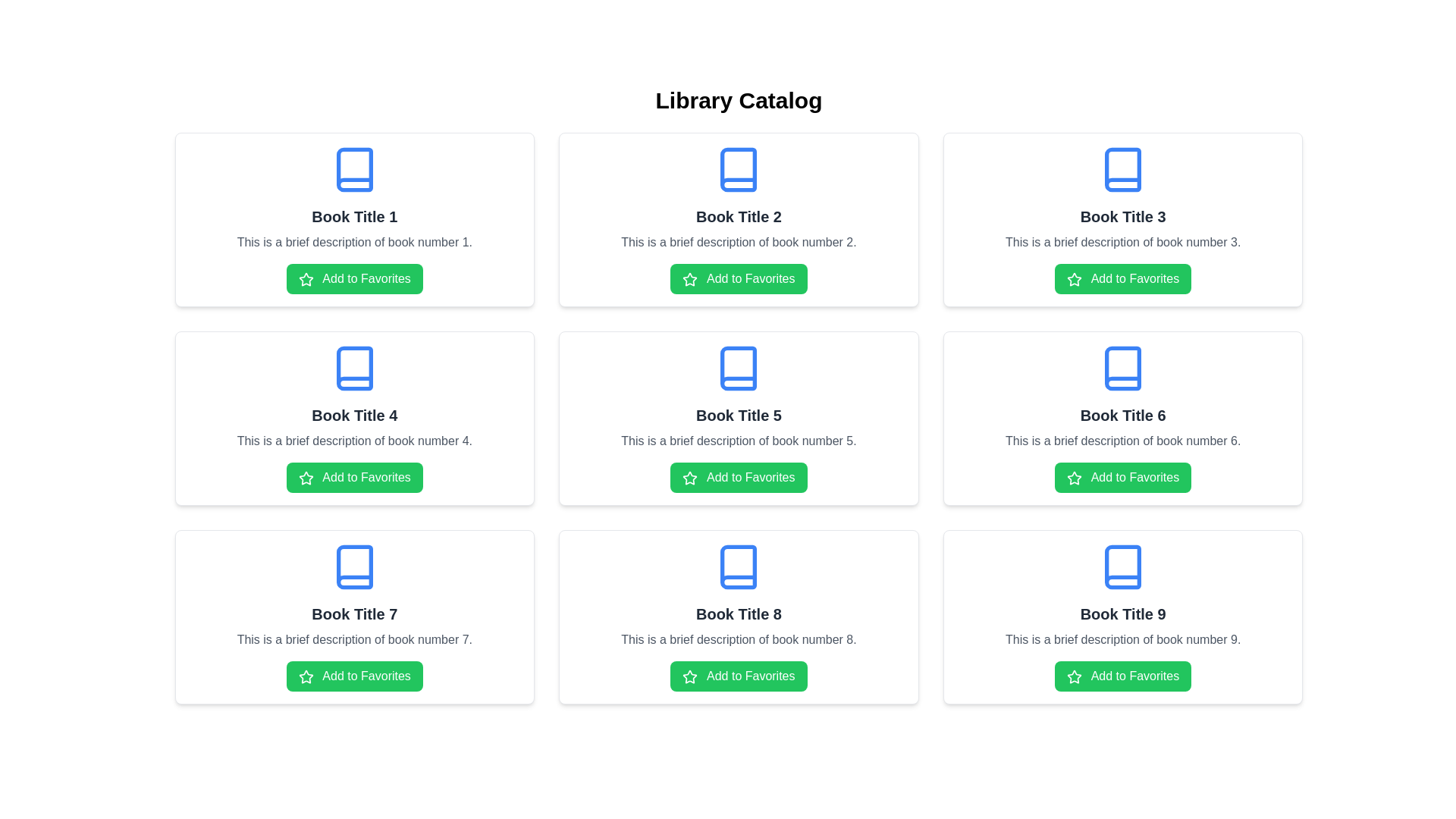  I want to click on the book icon representing 'Book Title 4' located at the top center of the card, visually distinct from the descriptive text and 'Add to Favorites' button, so click(353, 369).